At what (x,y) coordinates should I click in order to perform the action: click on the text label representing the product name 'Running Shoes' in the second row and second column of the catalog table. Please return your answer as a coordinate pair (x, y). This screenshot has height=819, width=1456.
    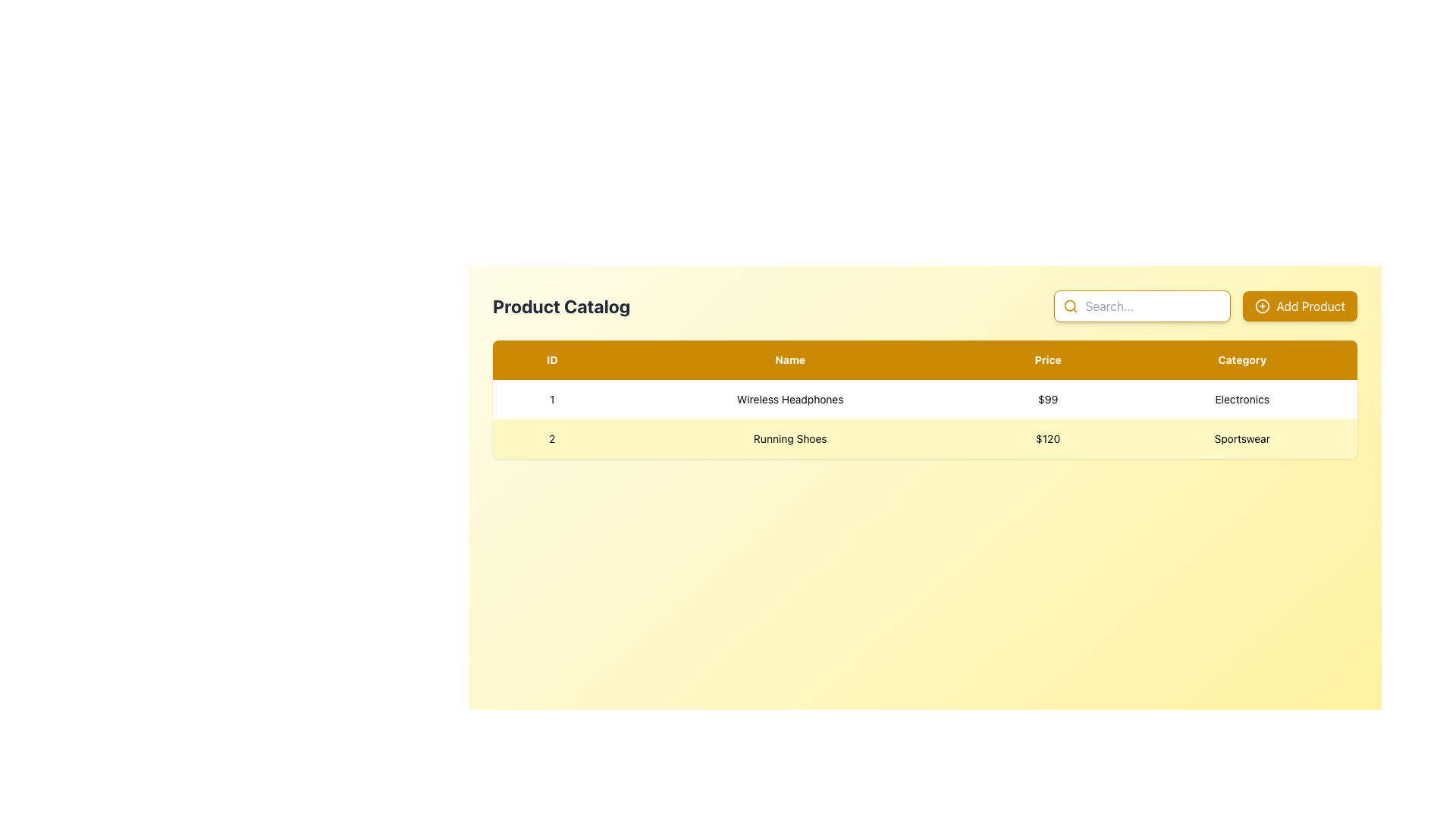
    Looking at the image, I should click on (789, 438).